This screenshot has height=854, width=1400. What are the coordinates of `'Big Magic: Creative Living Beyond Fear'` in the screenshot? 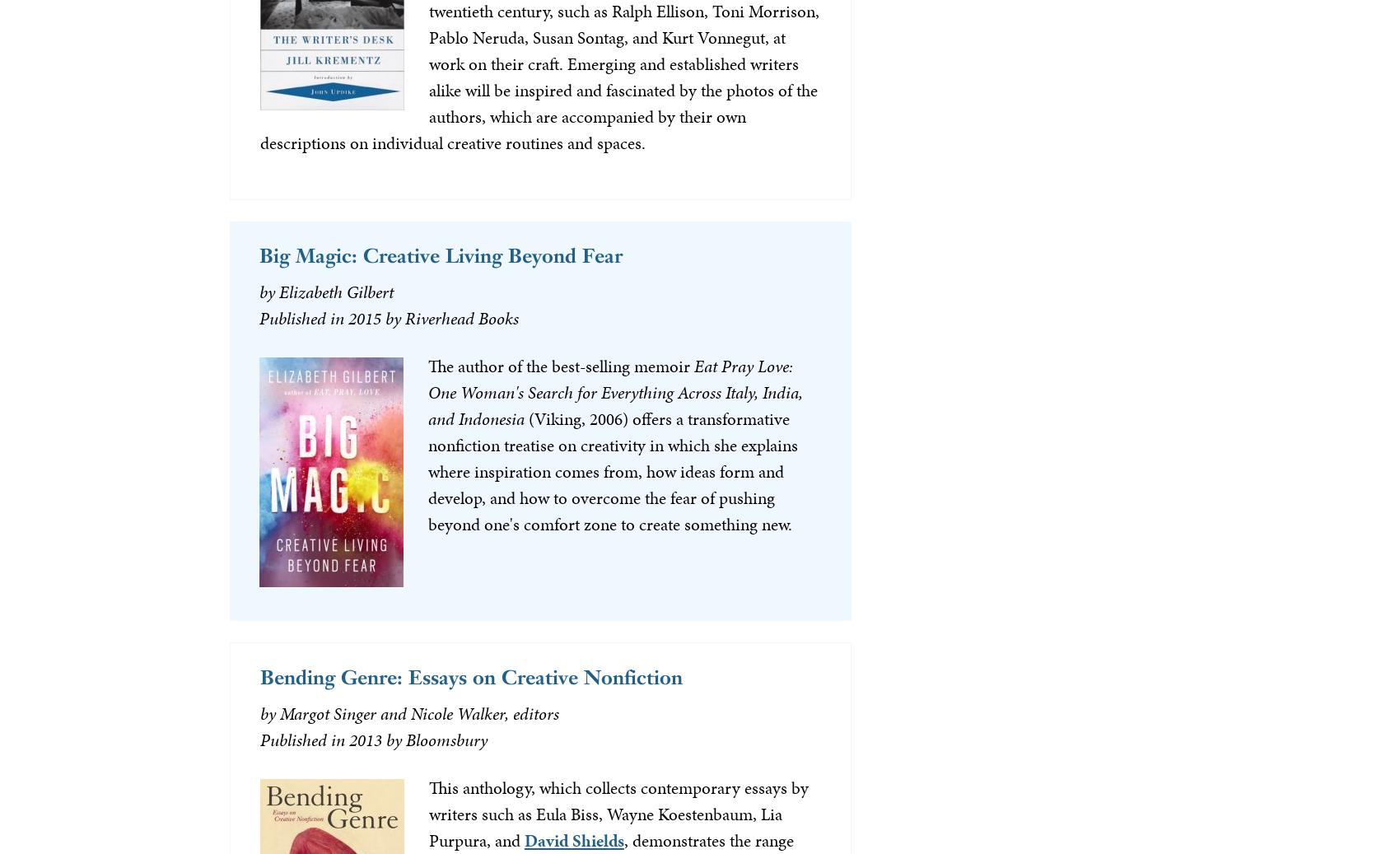 It's located at (439, 254).